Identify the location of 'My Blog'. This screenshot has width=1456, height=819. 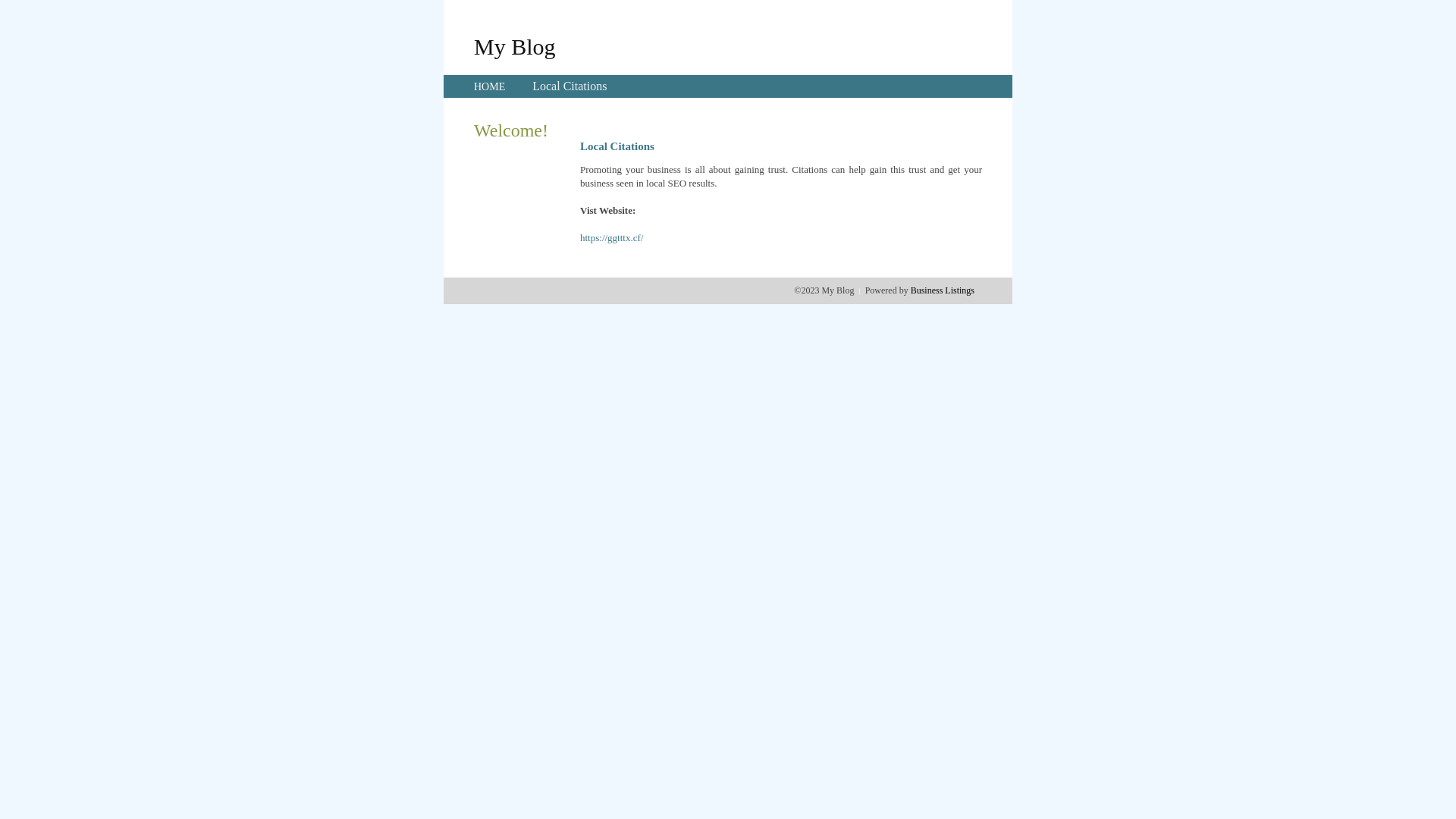
(514, 45).